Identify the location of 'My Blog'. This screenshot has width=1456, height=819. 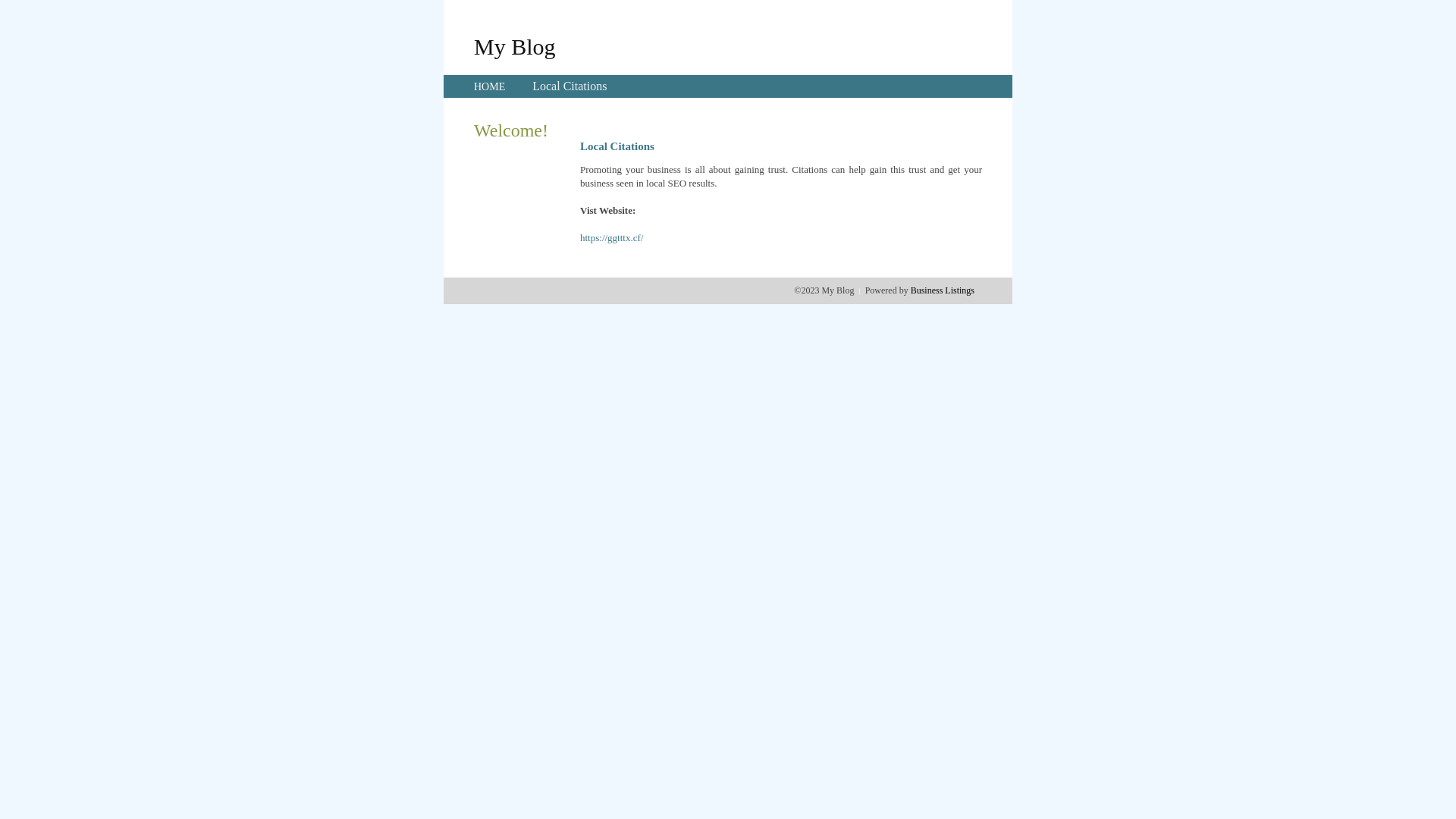
(514, 45).